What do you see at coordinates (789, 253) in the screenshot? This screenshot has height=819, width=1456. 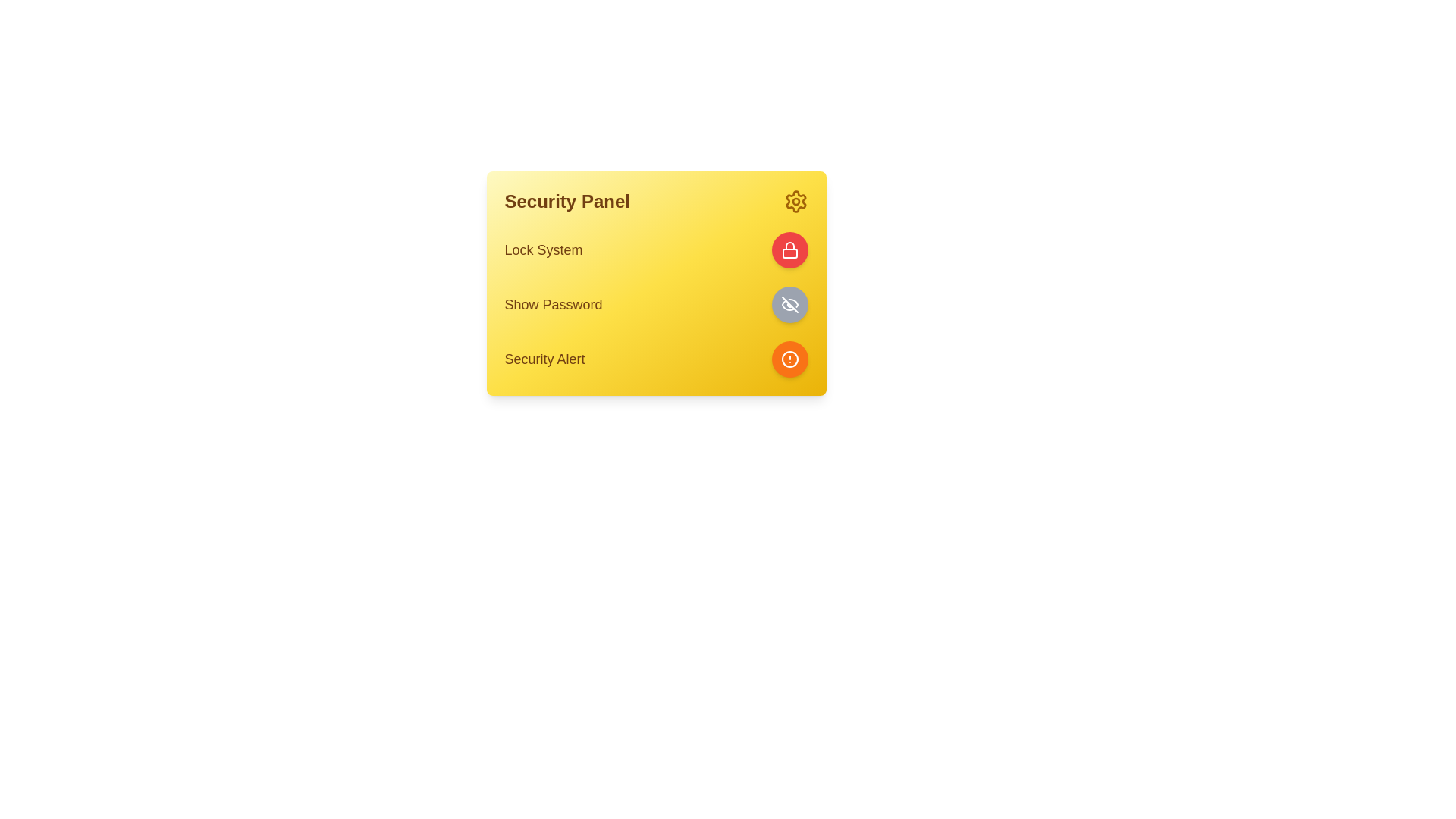 I see `the decorative rectangular component representing the lock's body in the lock icon within the 'Security Panel' interface` at bounding box center [789, 253].